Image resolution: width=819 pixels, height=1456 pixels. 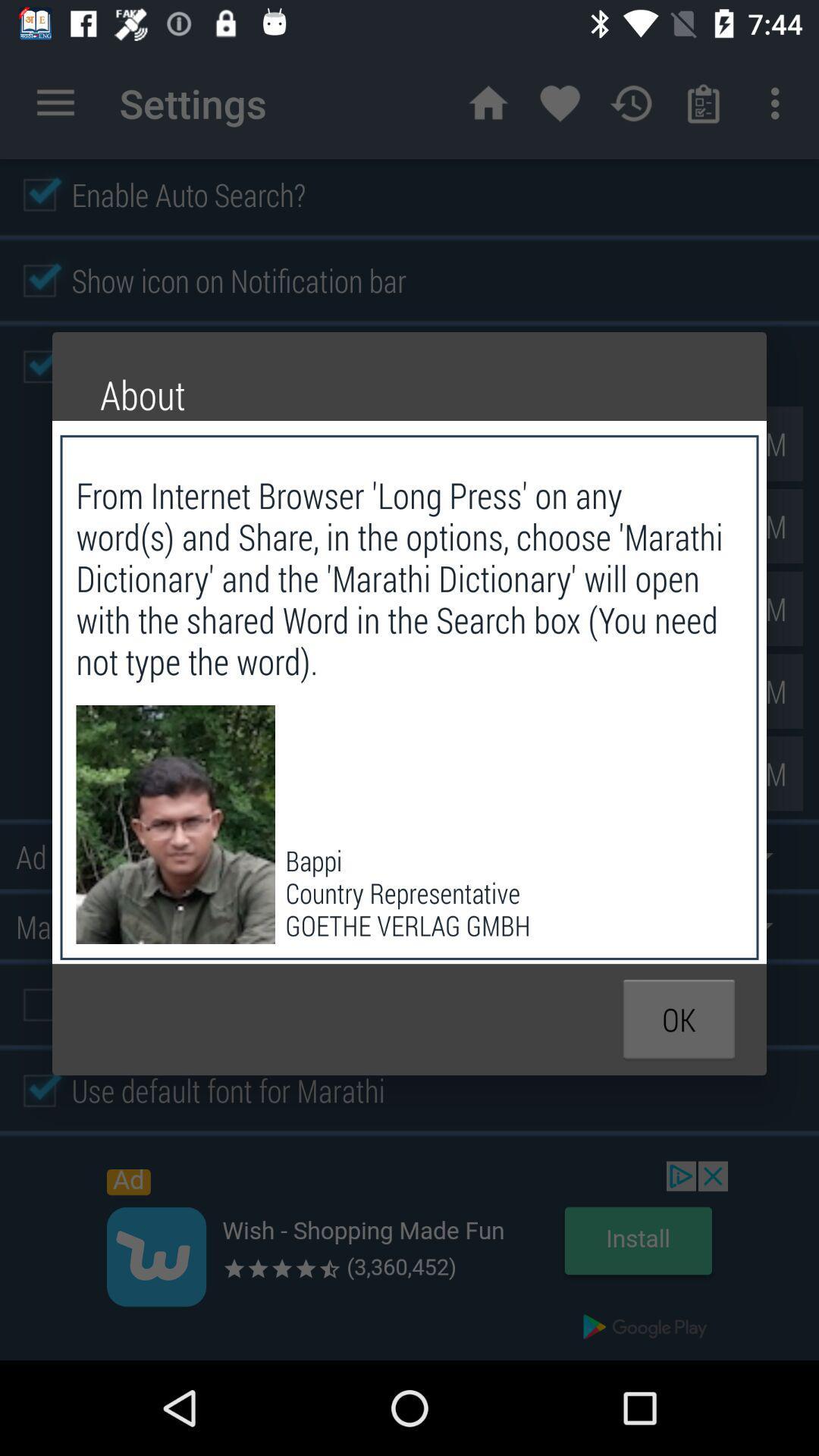 What do you see at coordinates (678, 1019) in the screenshot?
I see `the icon below the bappi country representative` at bounding box center [678, 1019].